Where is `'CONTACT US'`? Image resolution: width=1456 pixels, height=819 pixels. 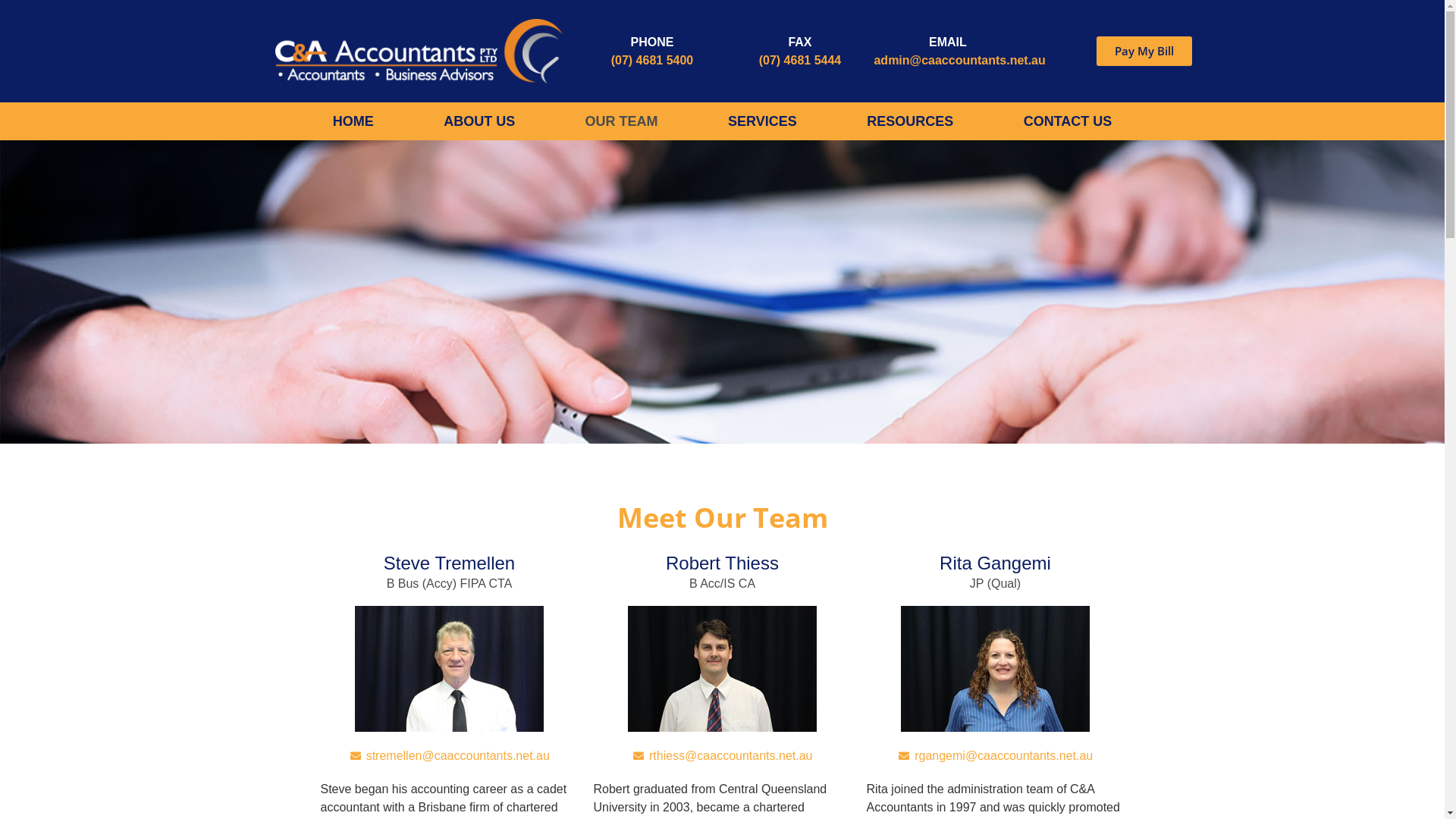 'CONTACT US' is located at coordinates (1066, 120).